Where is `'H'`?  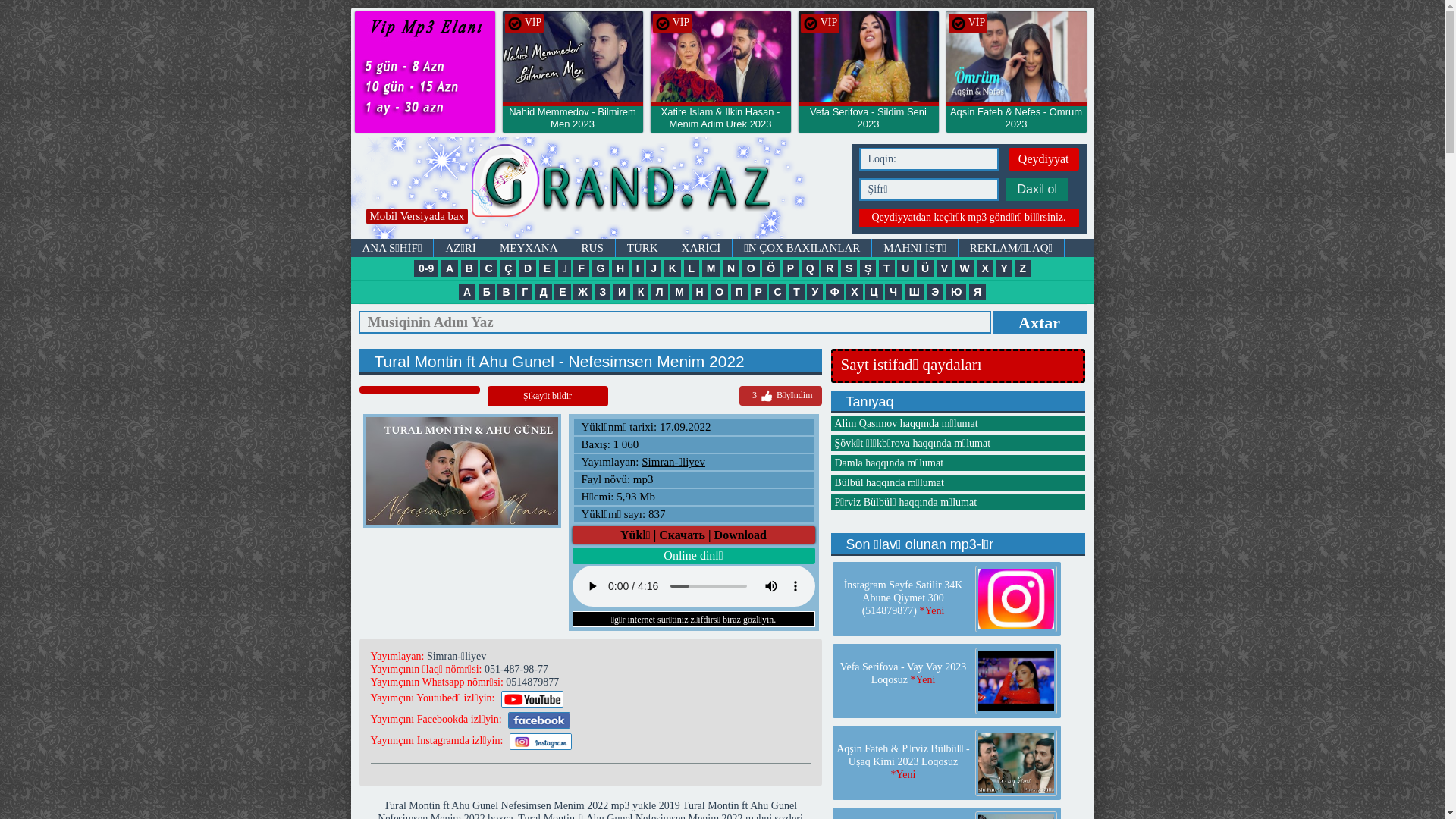 'H' is located at coordinates (620, 268).